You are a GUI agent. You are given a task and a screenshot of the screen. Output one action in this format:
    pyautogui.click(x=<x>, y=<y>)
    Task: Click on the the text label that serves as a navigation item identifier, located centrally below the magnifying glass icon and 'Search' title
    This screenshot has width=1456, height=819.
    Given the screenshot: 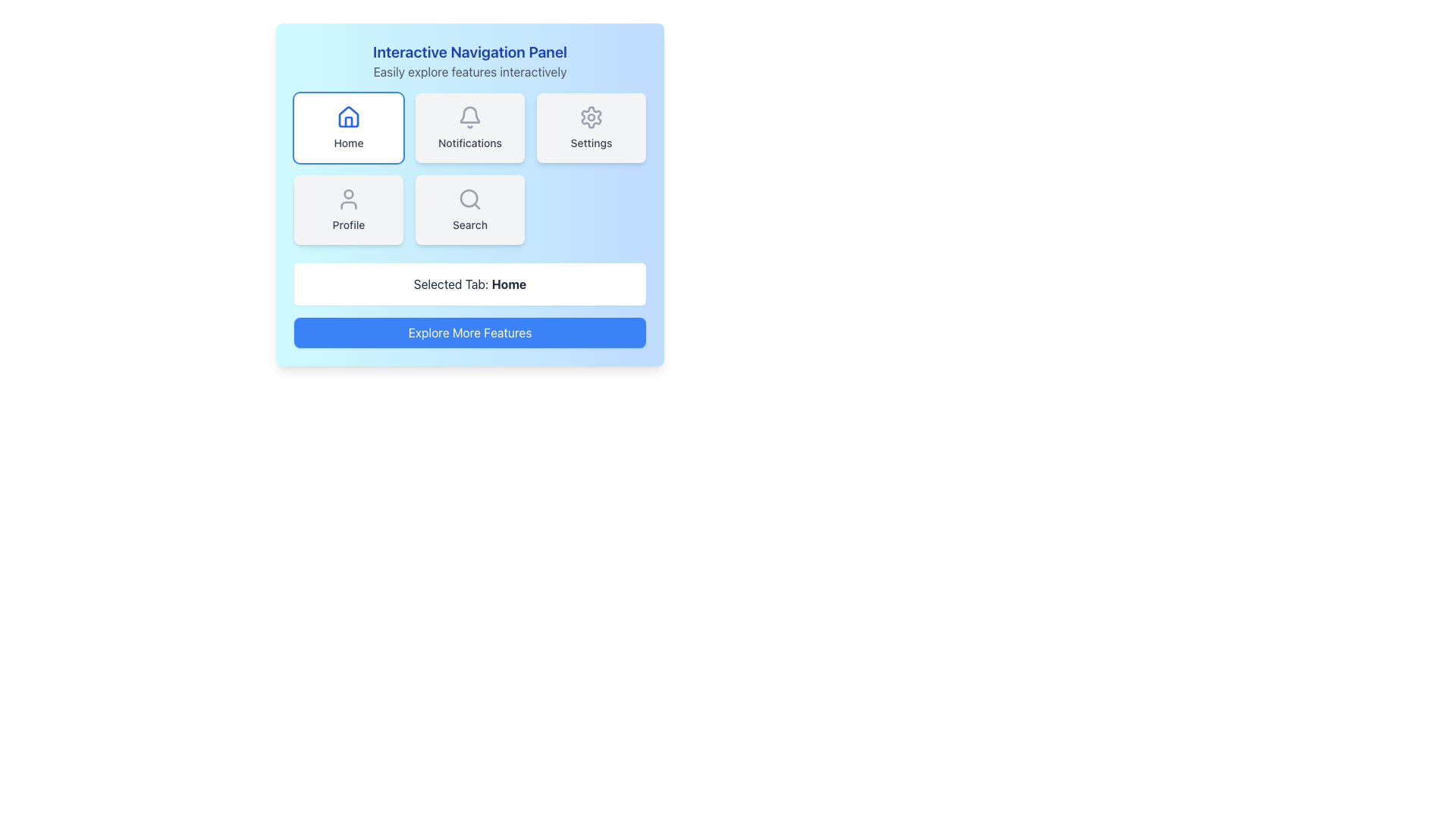 What is the action you would take?
    pyautogui.click(x=469, y=225)
    